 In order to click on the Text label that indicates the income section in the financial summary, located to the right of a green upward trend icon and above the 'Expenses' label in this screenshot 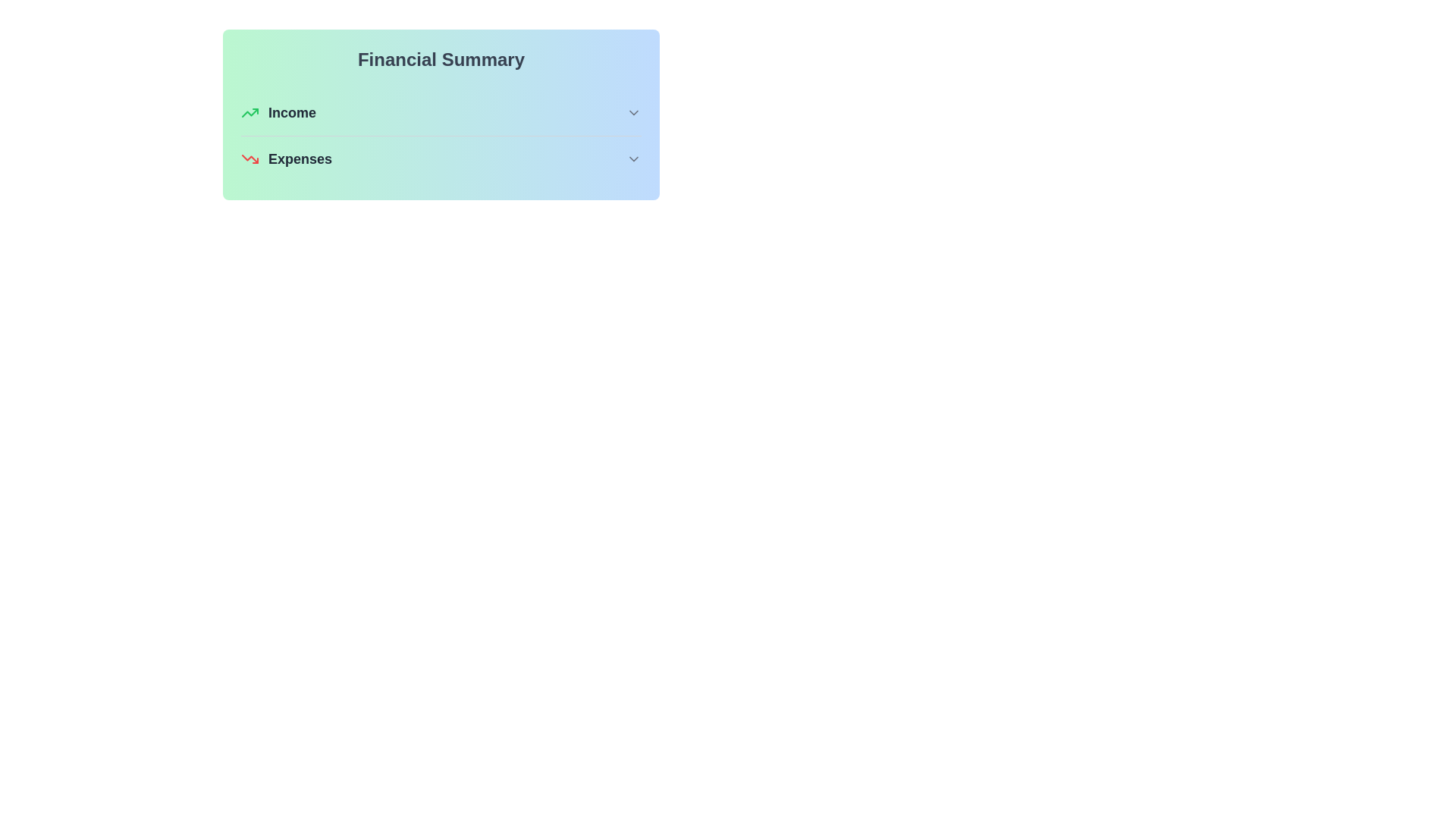, I will do `click(292, 112)`.